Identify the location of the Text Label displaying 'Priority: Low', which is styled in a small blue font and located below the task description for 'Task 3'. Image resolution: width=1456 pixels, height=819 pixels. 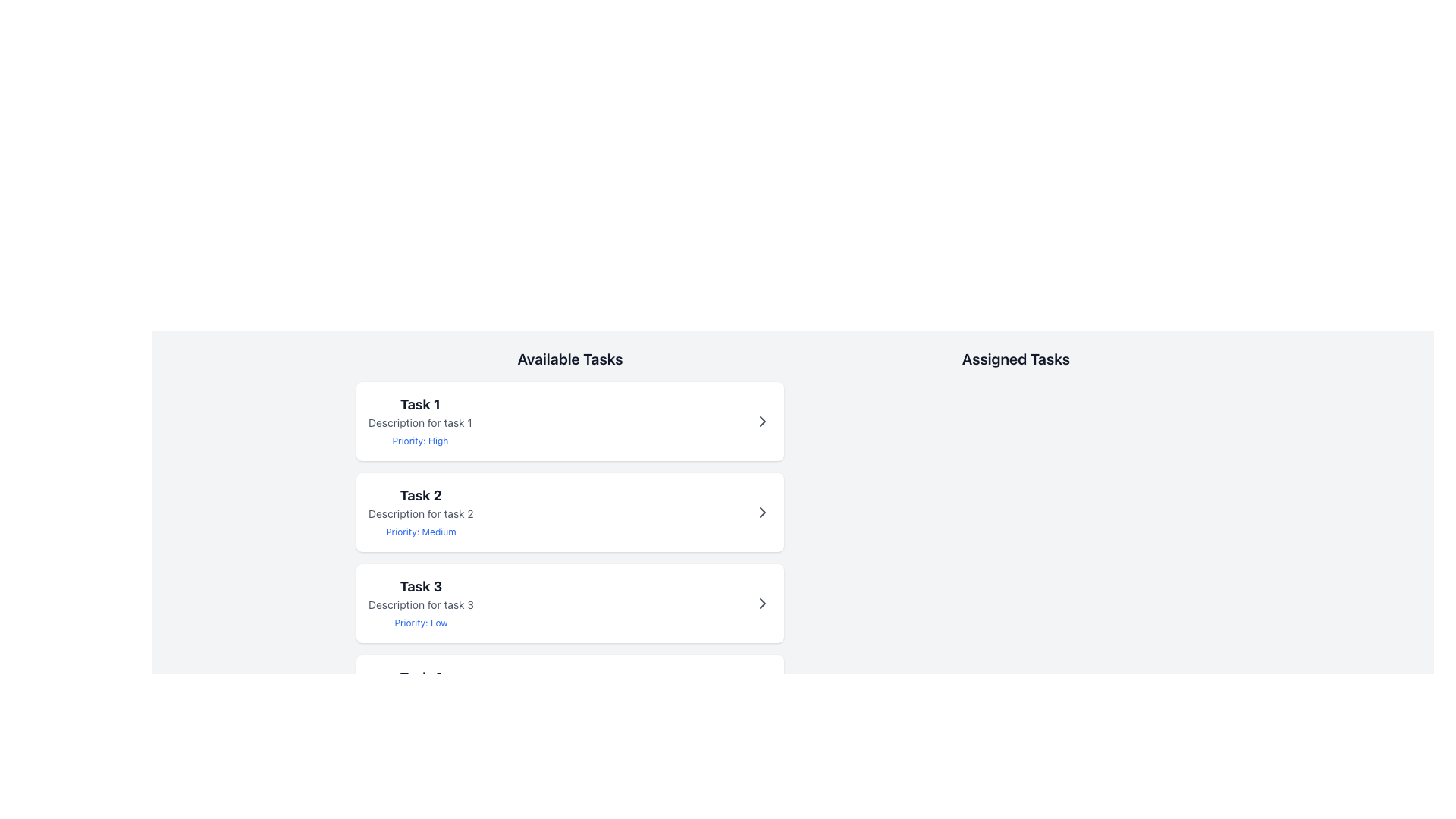
(421, 623).